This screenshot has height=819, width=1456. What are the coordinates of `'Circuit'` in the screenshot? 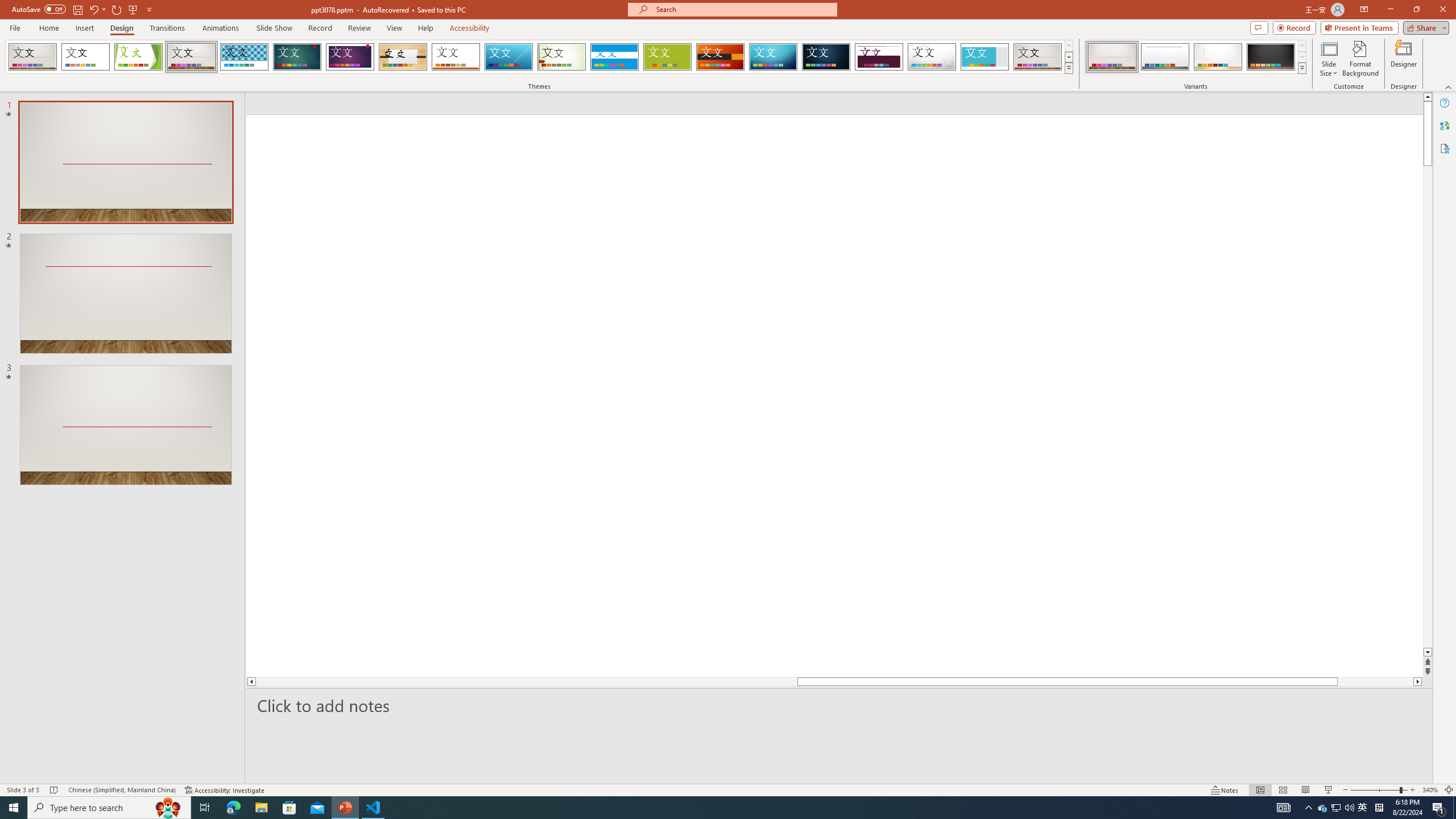 It's located at (772, 56).